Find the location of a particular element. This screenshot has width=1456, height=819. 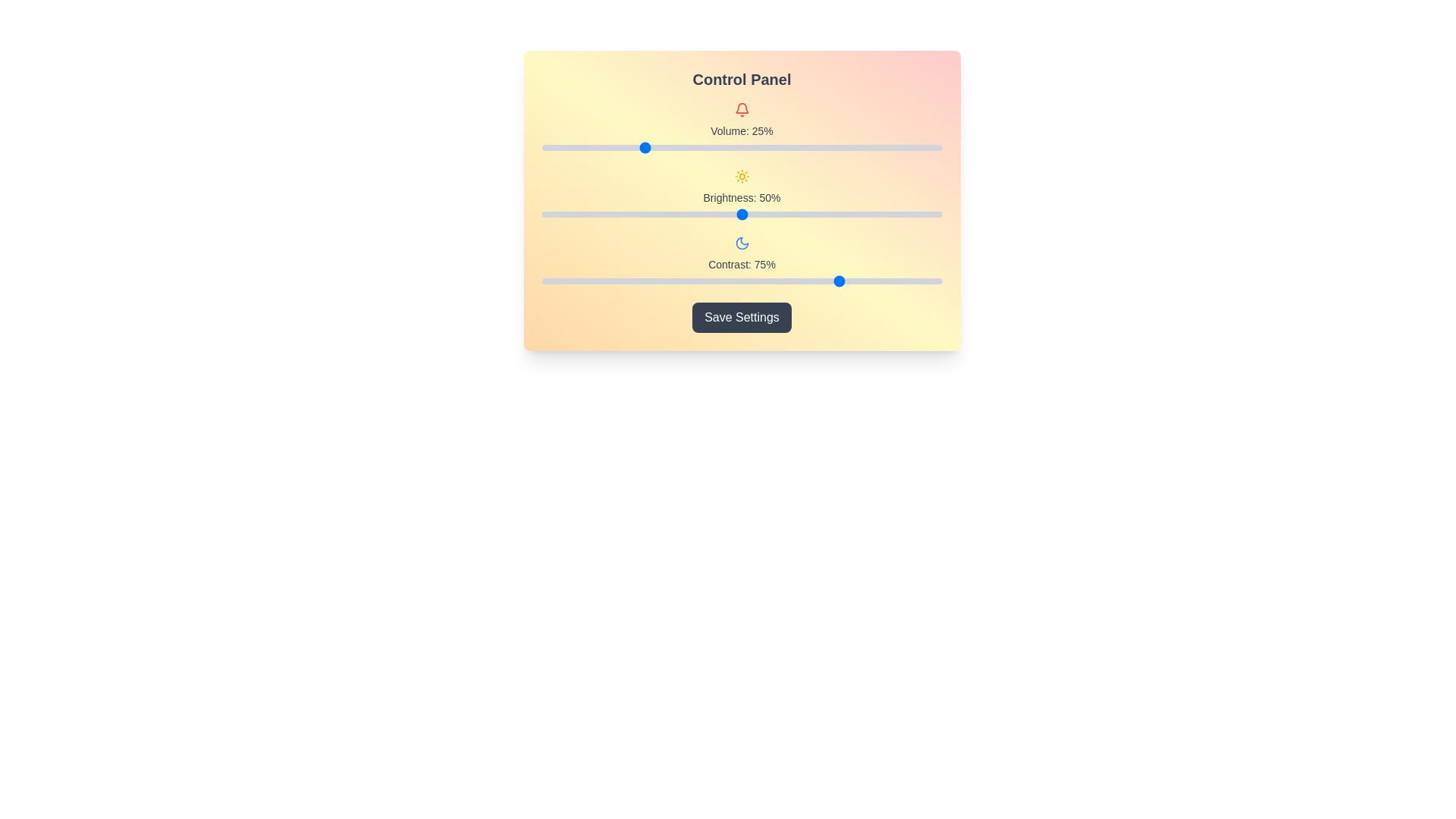

the text label displaying 'Brightness: 50%' which is styled in grayish color and positioned in the brightness control section is located at coordinates (742, 197).